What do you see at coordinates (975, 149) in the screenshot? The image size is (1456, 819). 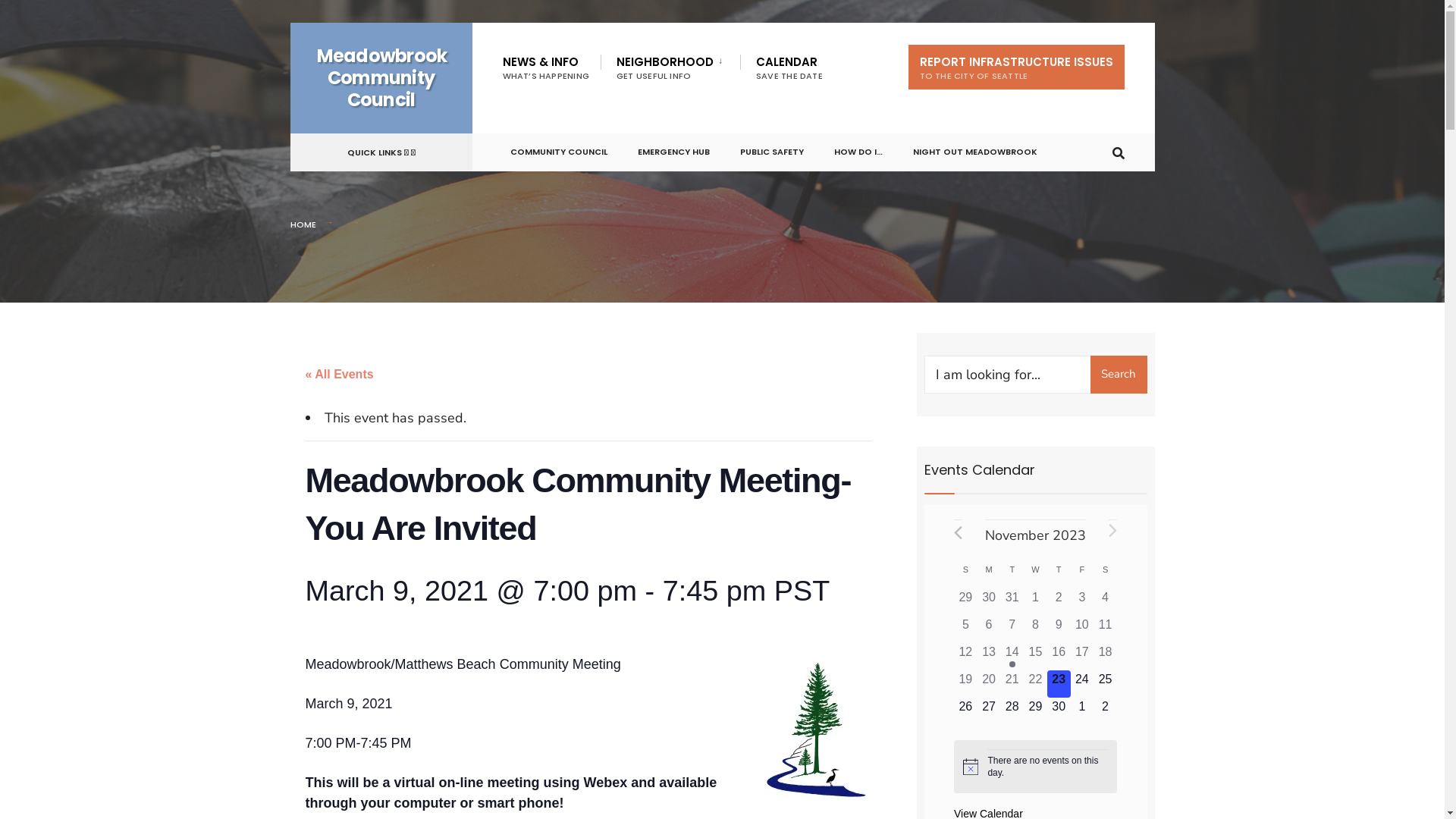 I see `'NIGHT OUT MEADOWBROOK'` at bounding box center [975, 149].